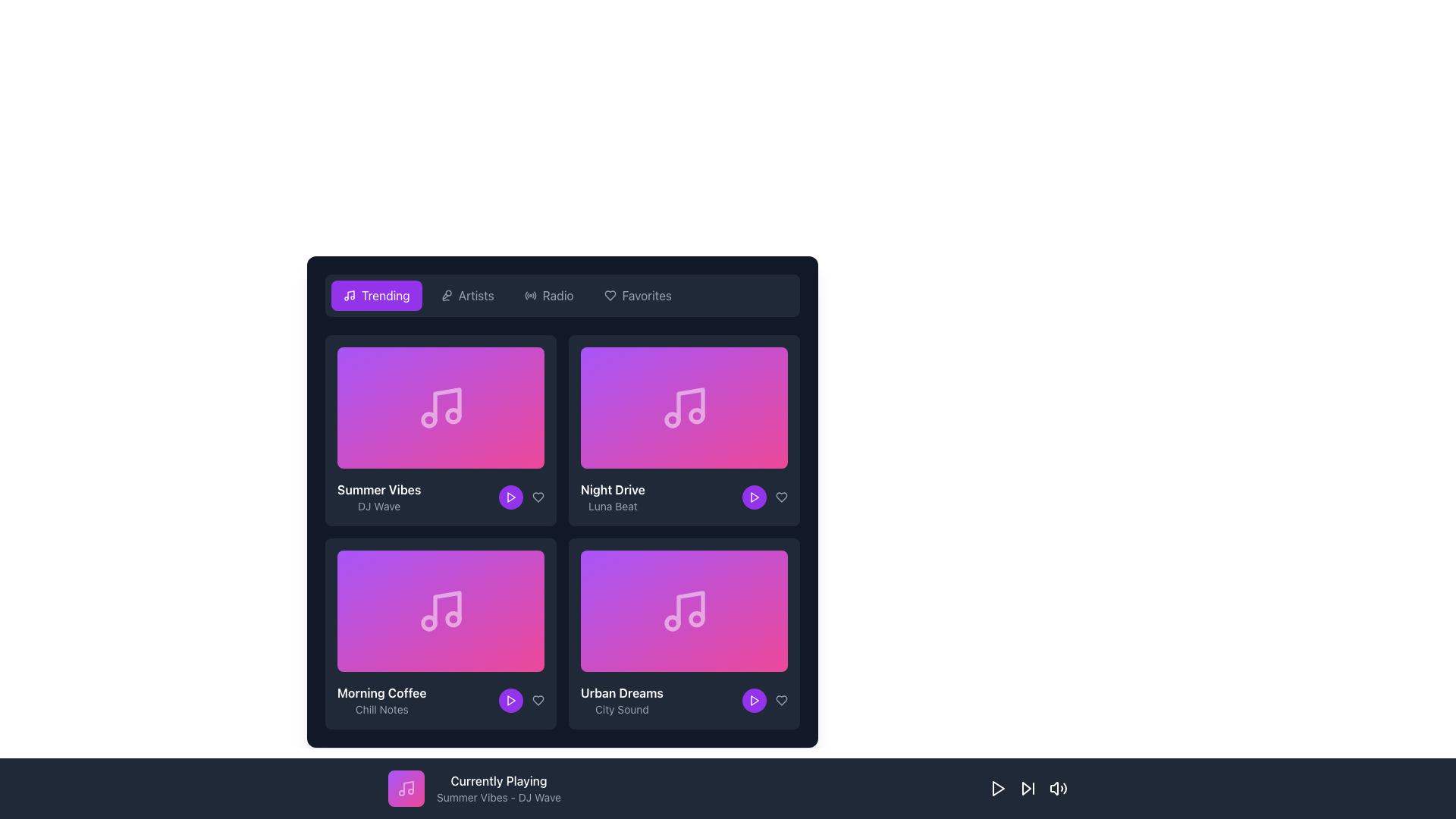 The width and height of the screenshot is (1456, 819). I want to click on the label conveying the title of a music playlist or album located in the bottom-left corner of a music card in the second row, first column of a grid layout, so click(381, 693).